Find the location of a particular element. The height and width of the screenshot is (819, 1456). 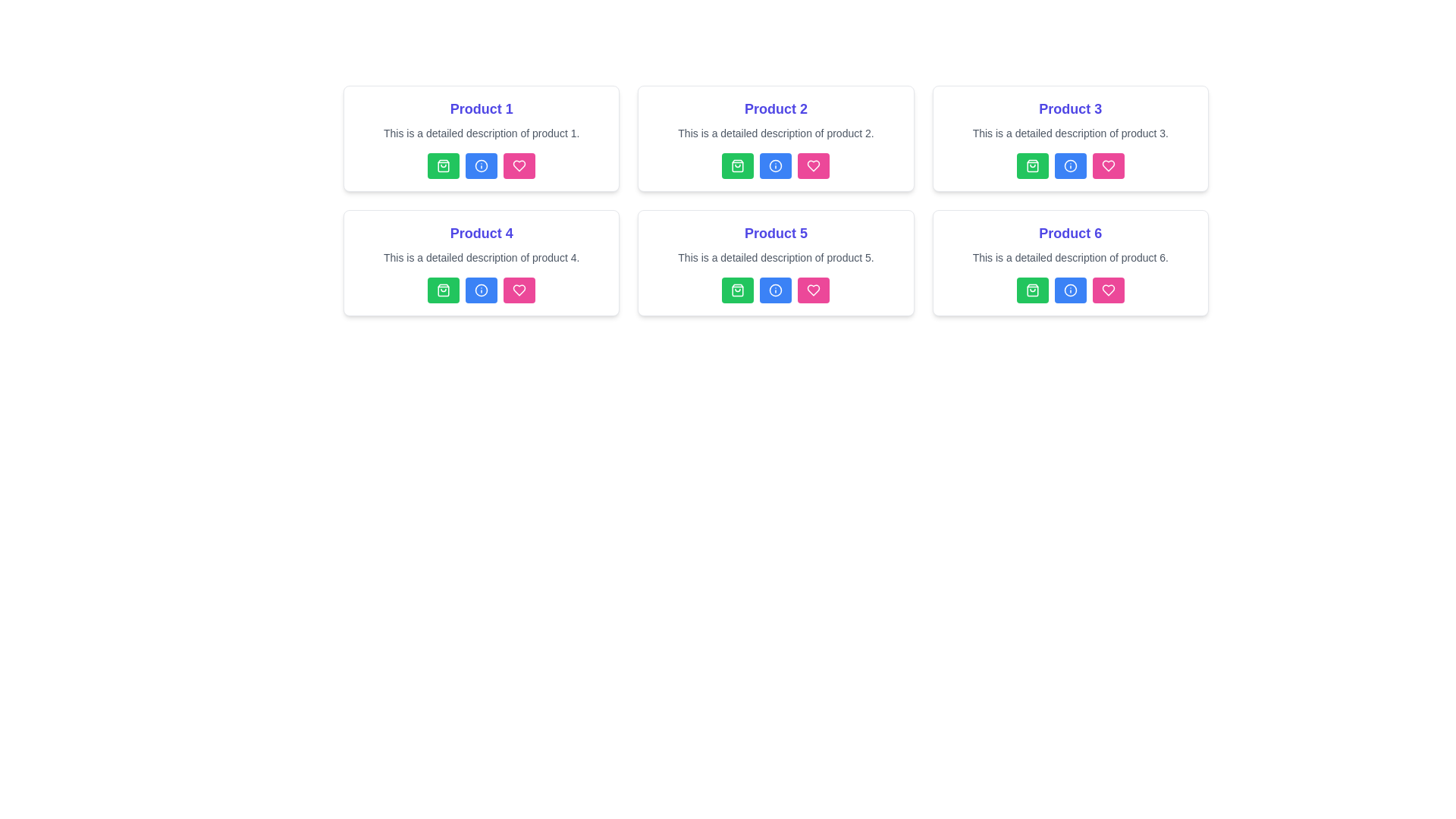

the Interactive icon located in the fifth product card, between the green envelope icon and the pink heart icon is located at coordinates (776, 290).